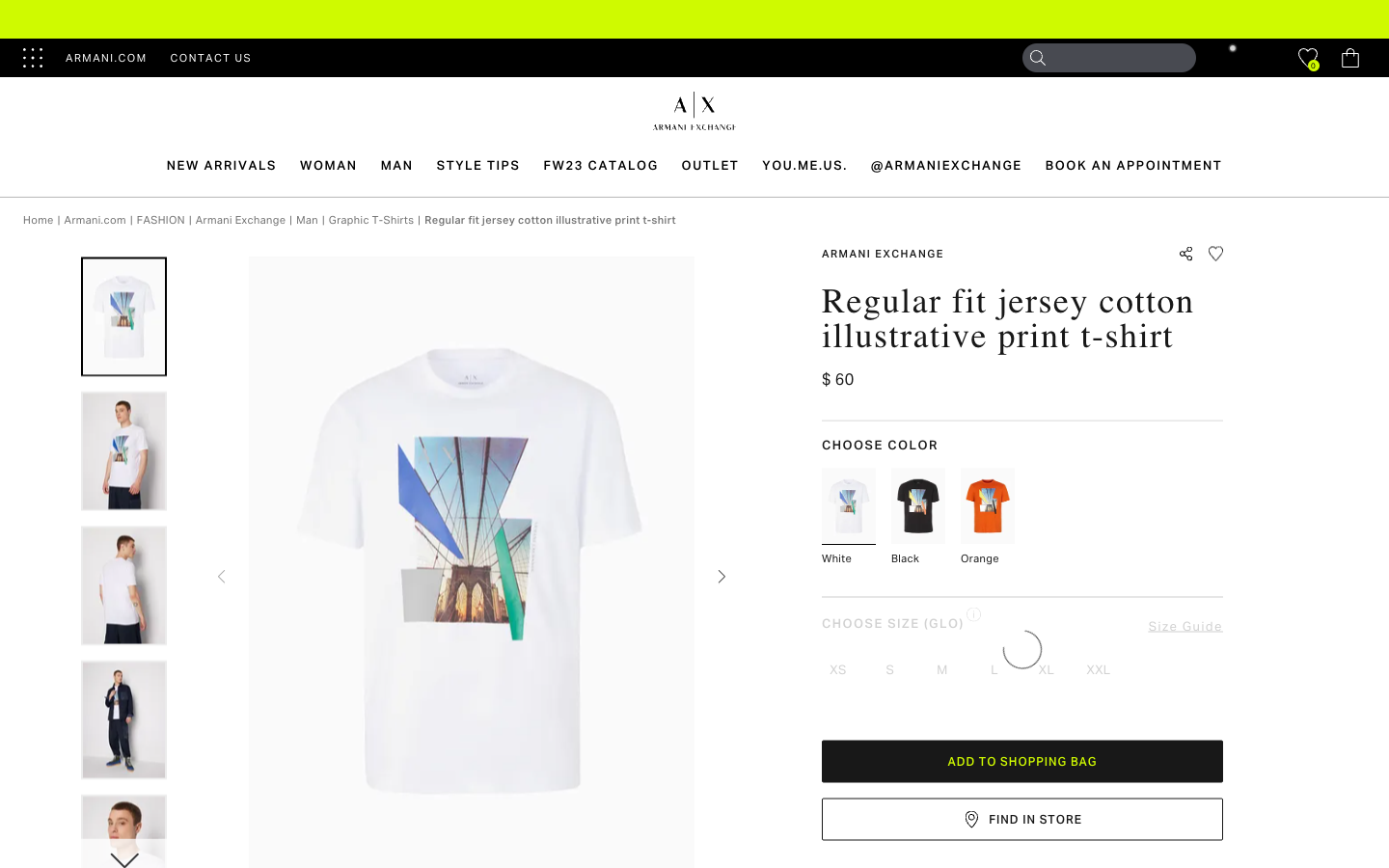  I want to click on View all men’s clothing by moving the cursor to the men’s menu item, tabbing twice to get to view all clothing, then selecting it, so click(572268, 148862).